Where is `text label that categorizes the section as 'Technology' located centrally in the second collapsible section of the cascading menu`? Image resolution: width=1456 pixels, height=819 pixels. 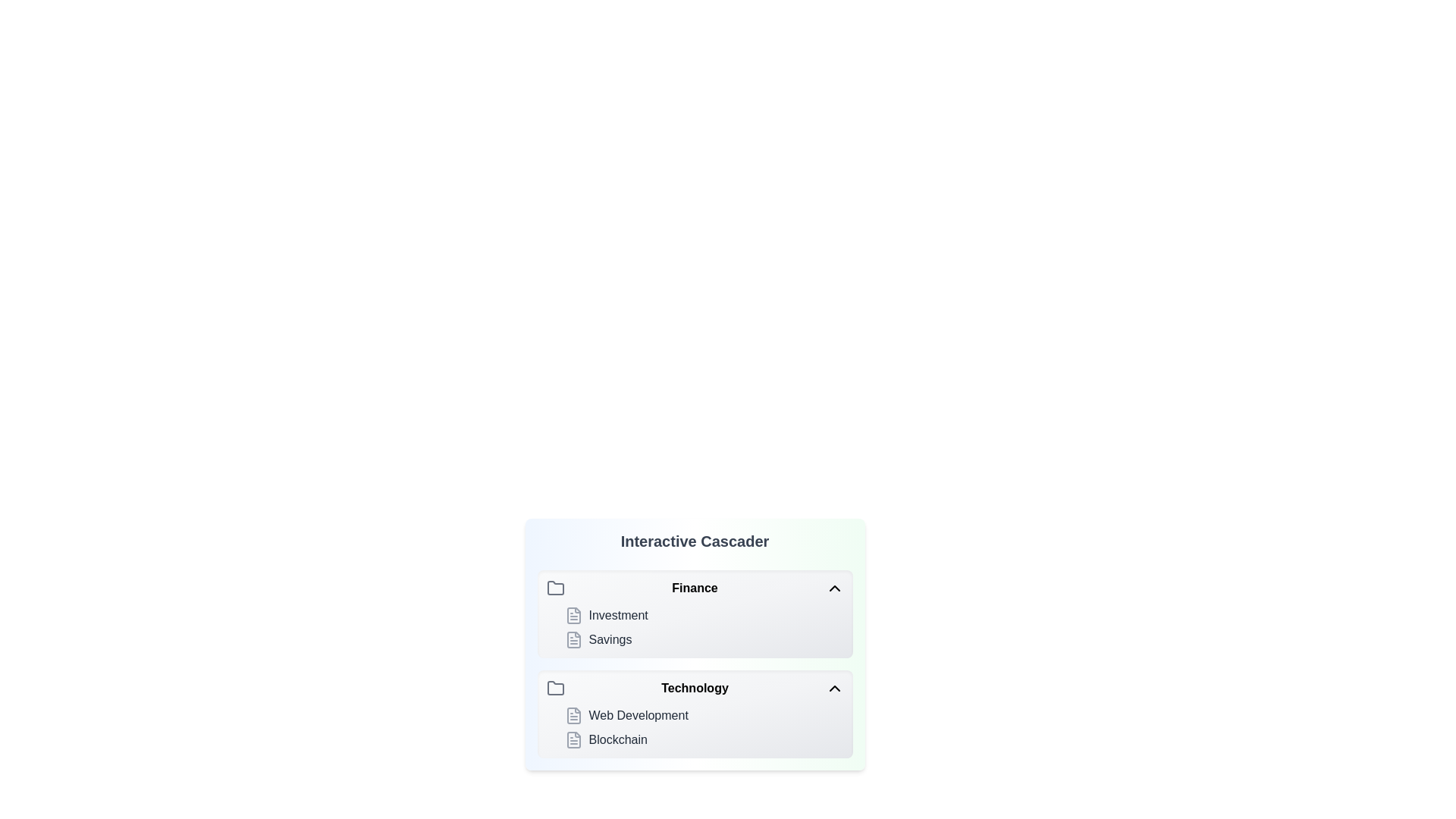 text label that categorizes the section as 'Technology' located centrally in the second collapsible section of the cascading menu is located at coordinates (694, 688).